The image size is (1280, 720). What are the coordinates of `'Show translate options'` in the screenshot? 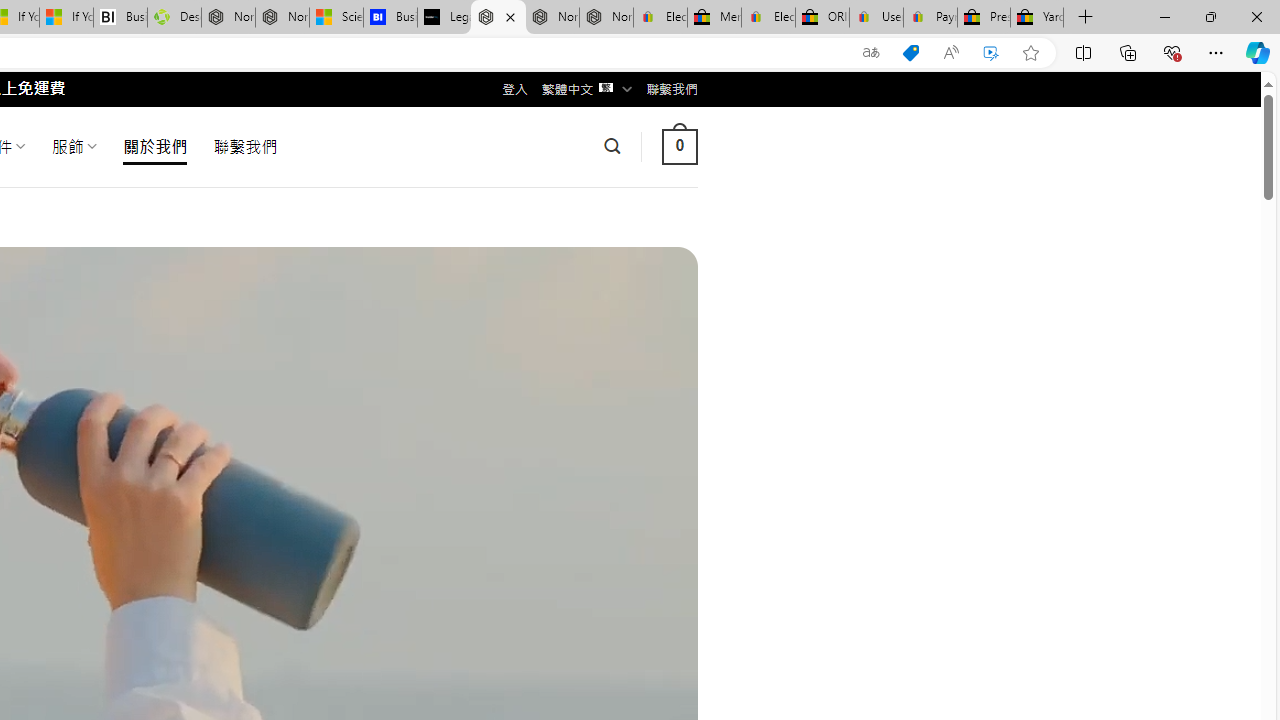 It's located at (871, 52).